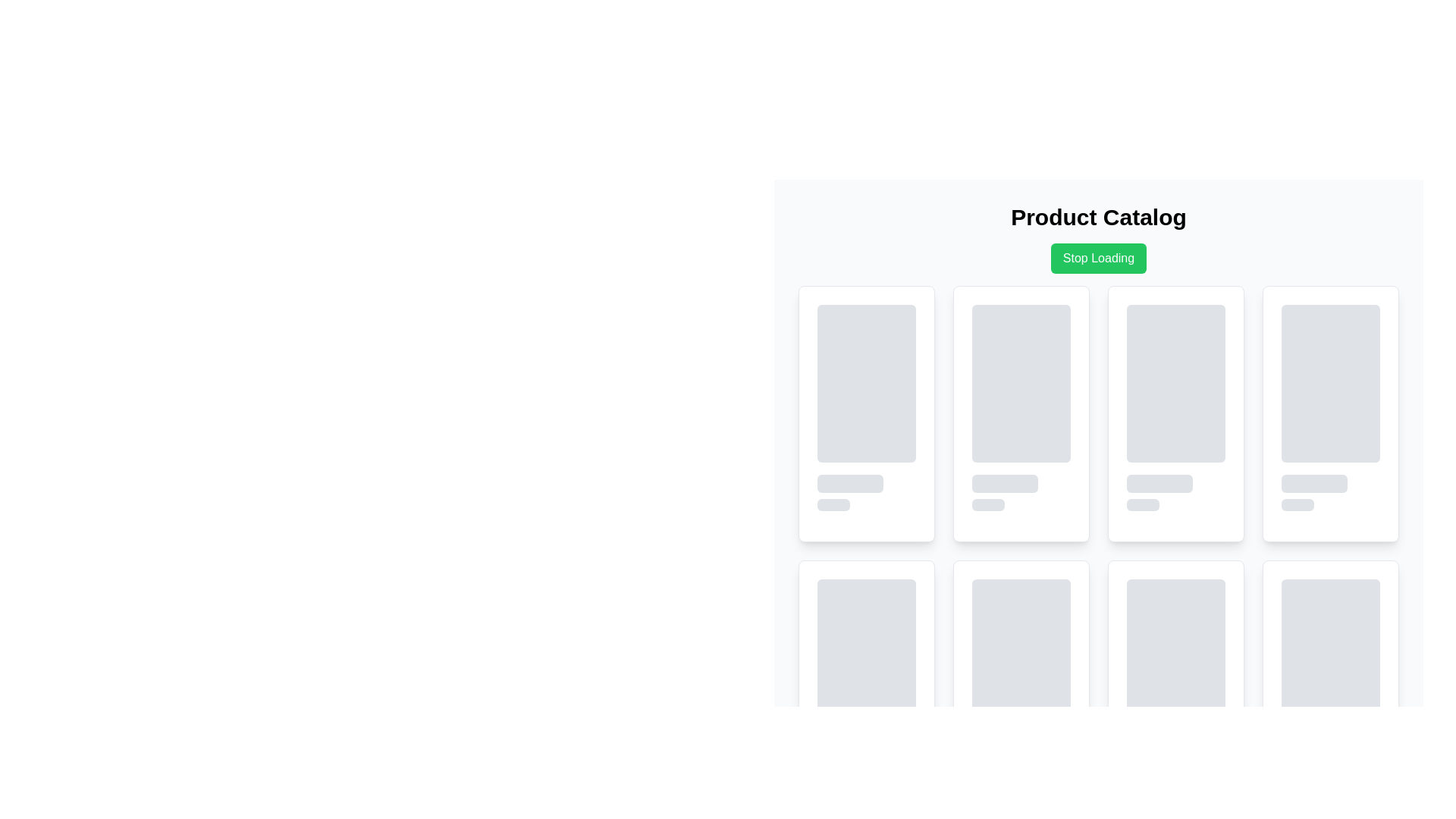  What do you see at coordinates (1330, 406) in the screenshot?
I see `the loading animation placeholder component located in the last card of a horizontally arranged grid, positioned within the fourth card in the first row, right-aligned and occupying the majority of the visual space` at bounding box center [1330, 406].